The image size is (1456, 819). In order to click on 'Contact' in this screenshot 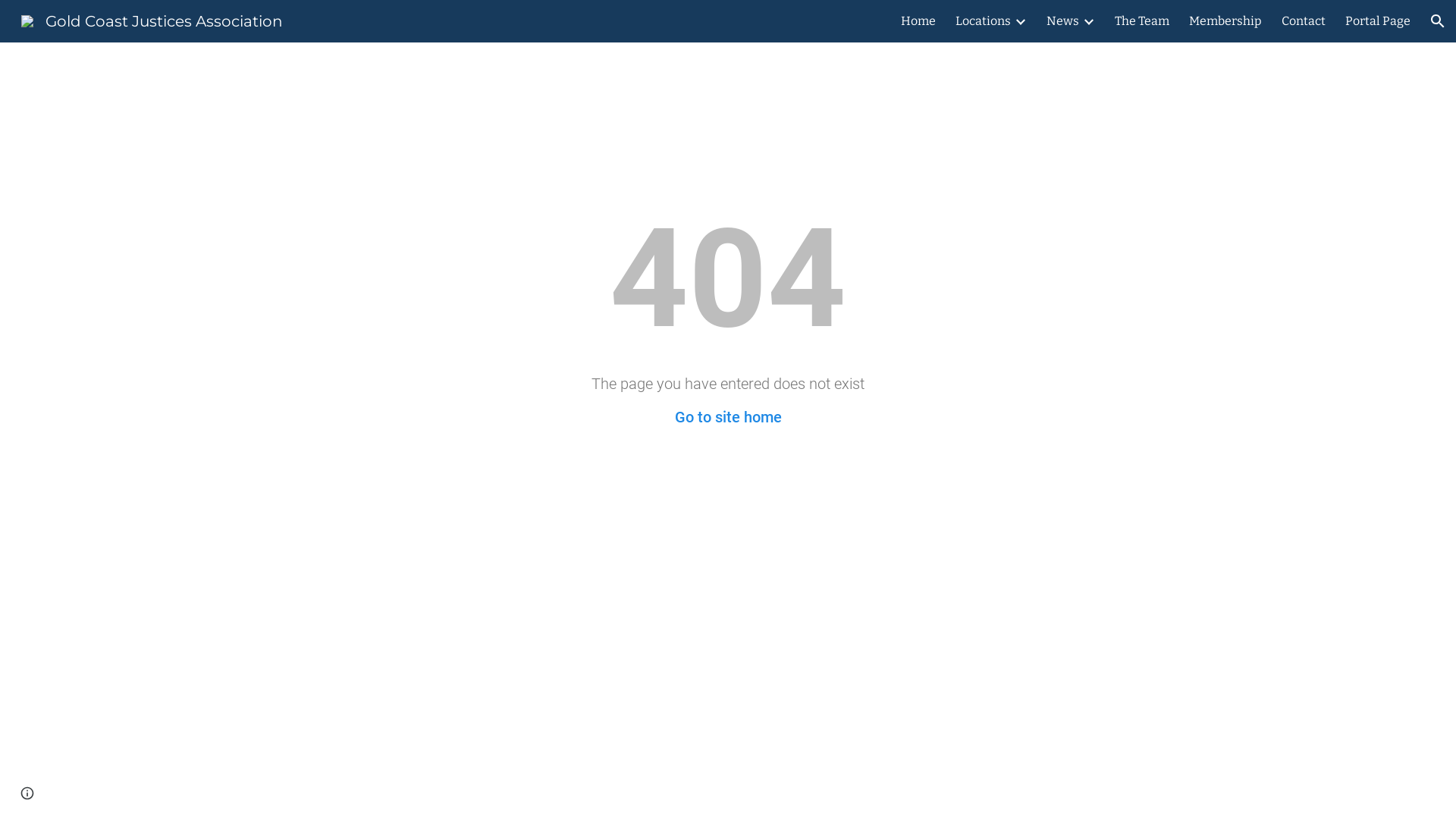, I will do `click(1302, 20)`.